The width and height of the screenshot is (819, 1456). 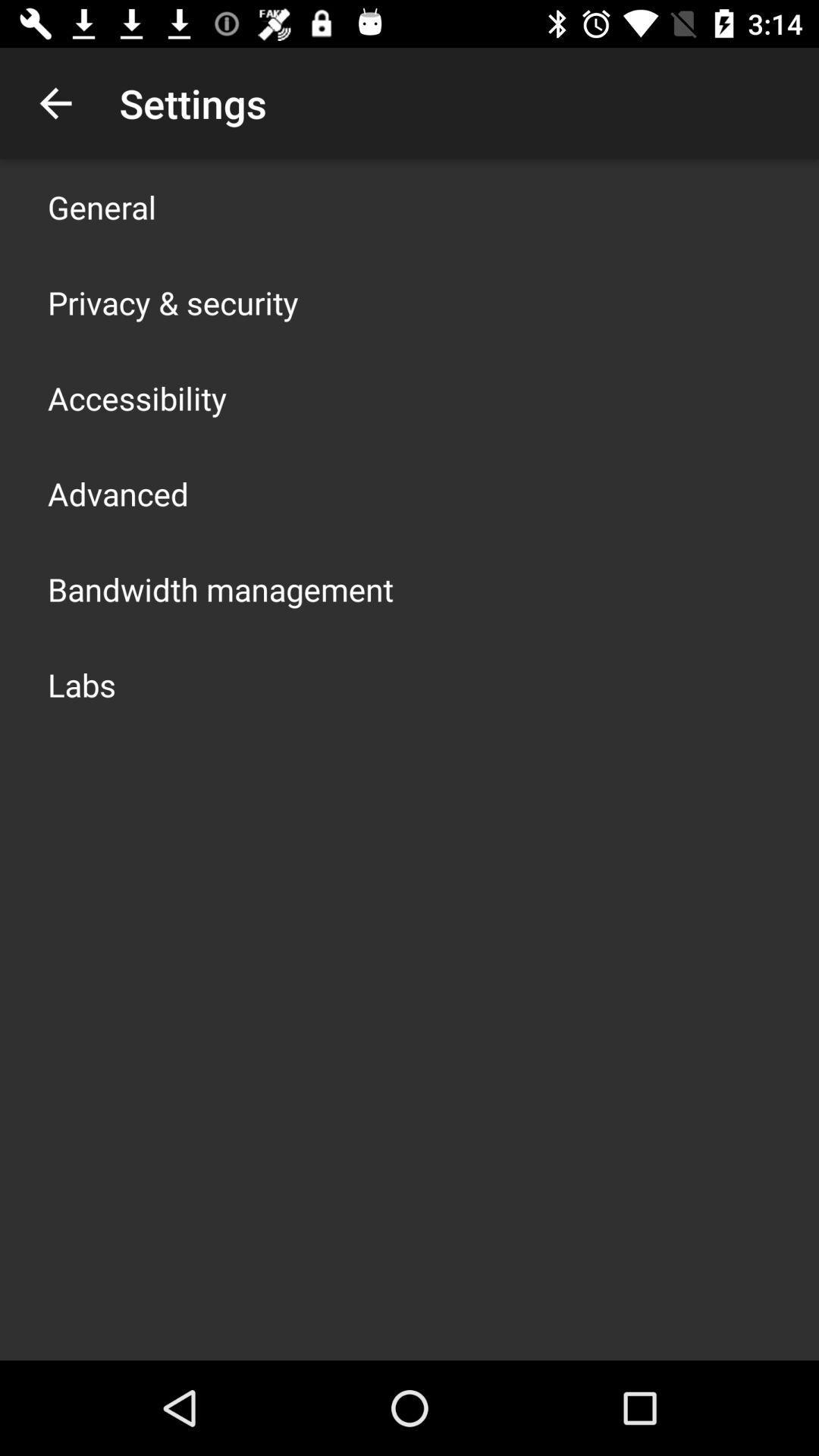 What do you see at coordinates (137, 397) in the screenshot?
I see `the accessibility` at bounding box center [137, 397].